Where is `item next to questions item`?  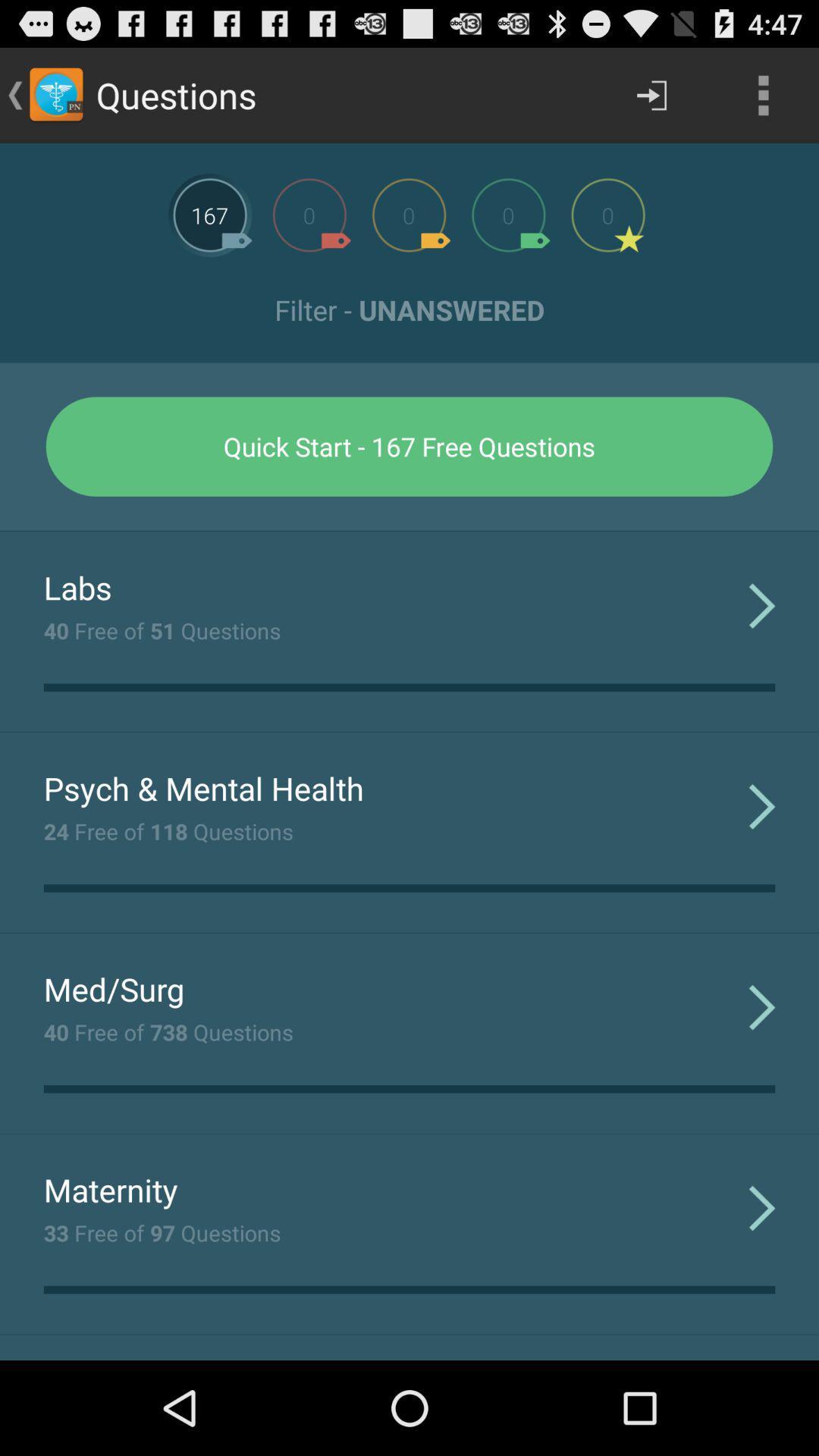 item next to questions item is located at coordinates (651, 94).